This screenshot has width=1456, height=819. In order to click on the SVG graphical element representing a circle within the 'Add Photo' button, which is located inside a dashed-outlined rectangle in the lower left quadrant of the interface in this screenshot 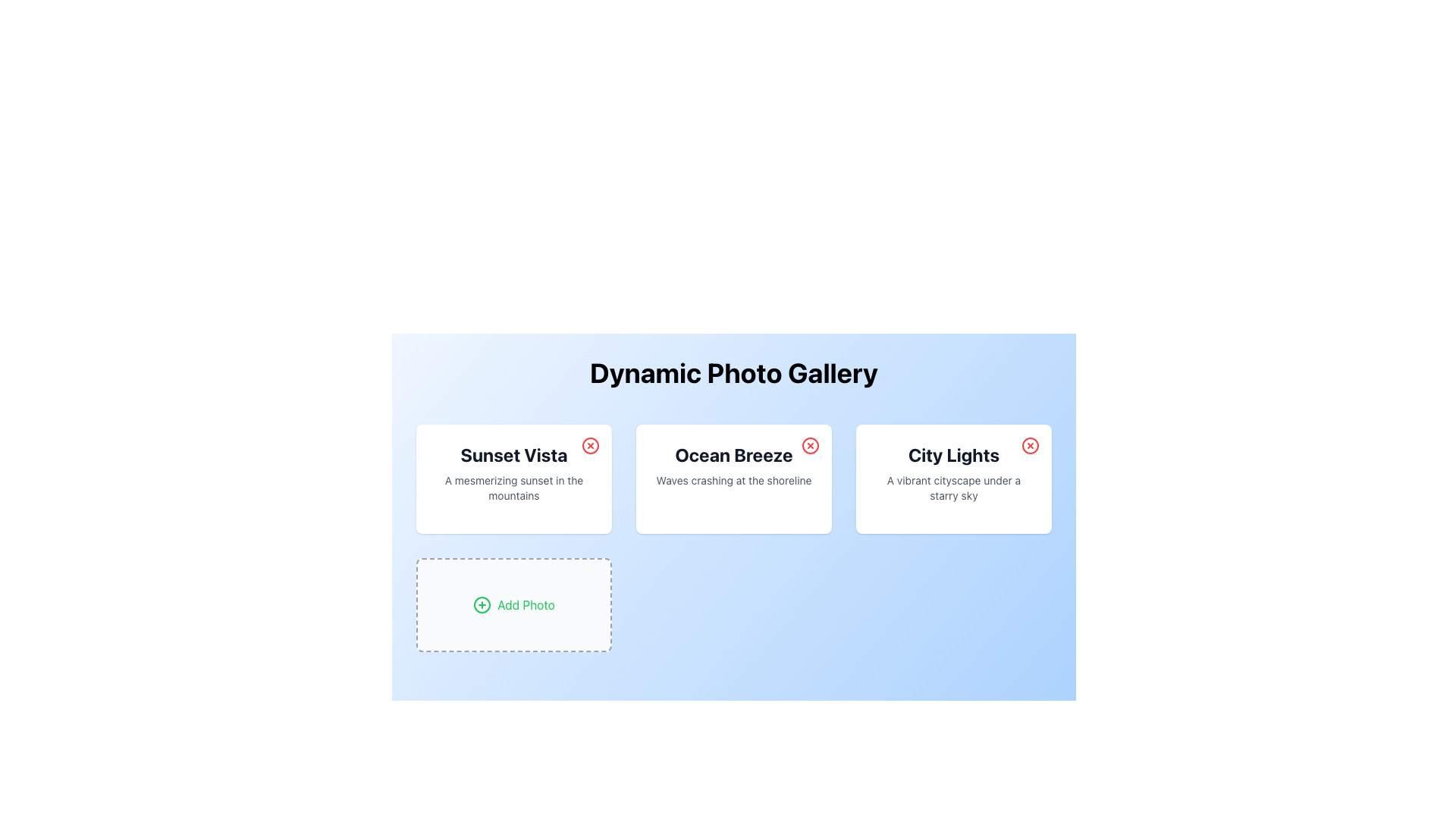, I will do `click(482, 604)`.